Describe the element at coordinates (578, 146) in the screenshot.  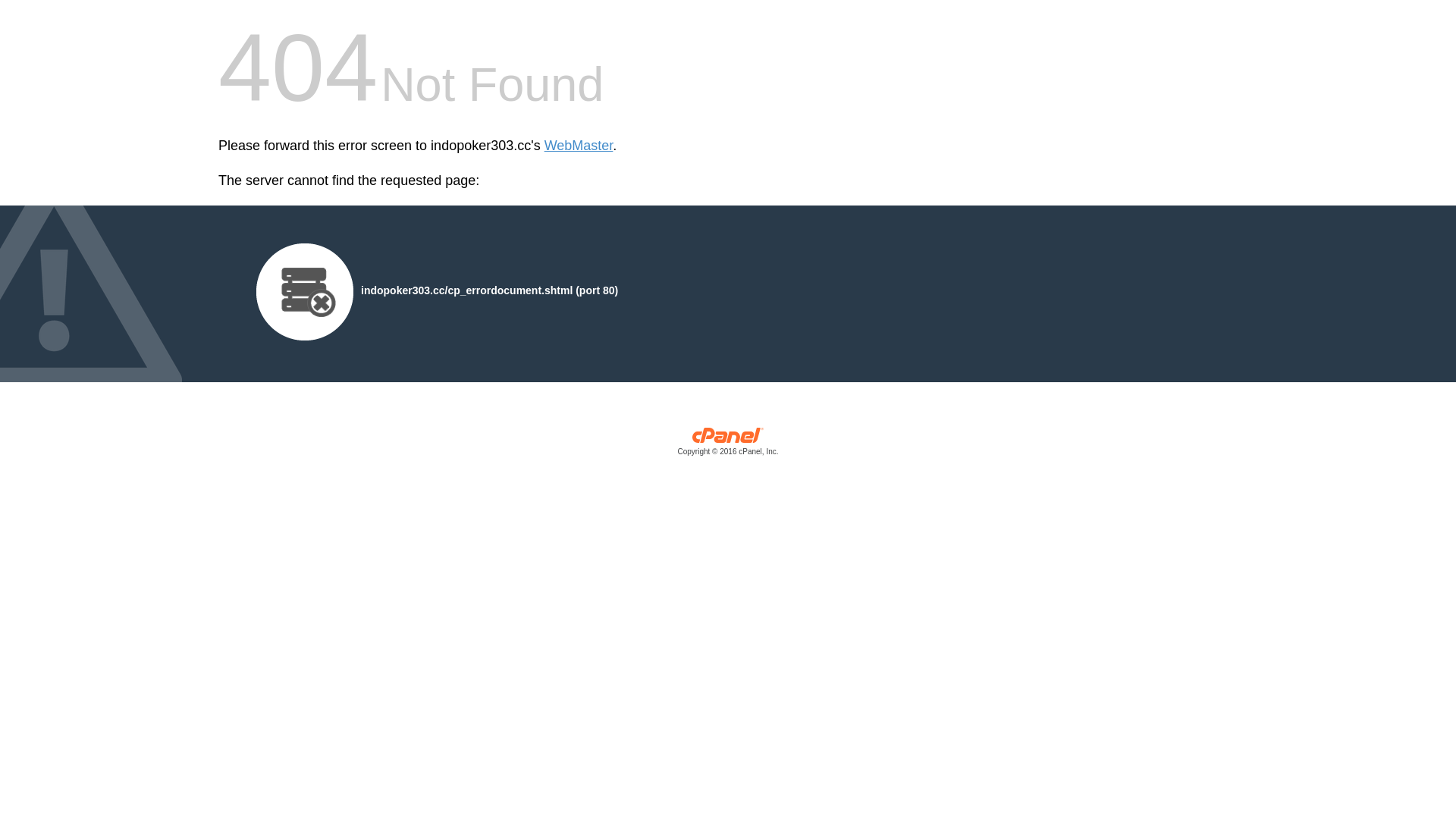
I see `'WebMaster'` at that location.